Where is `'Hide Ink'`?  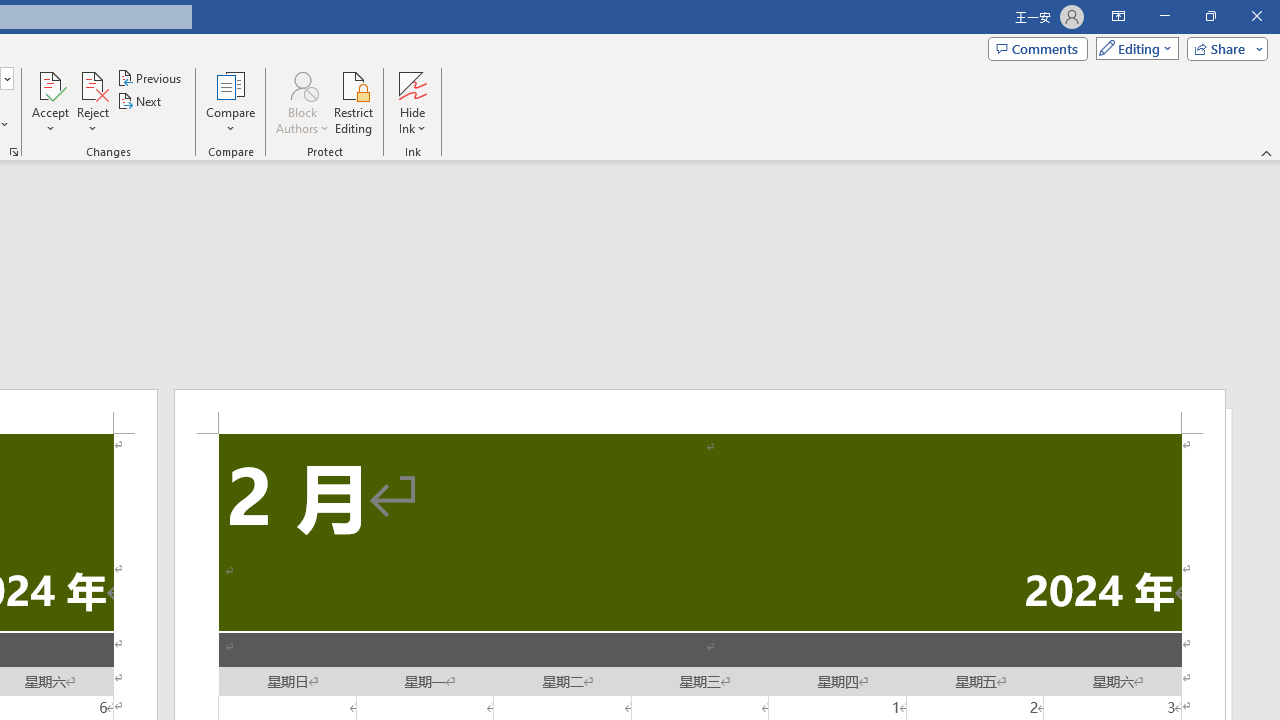 'Hide Ink' is located at coordinates (411, 103).